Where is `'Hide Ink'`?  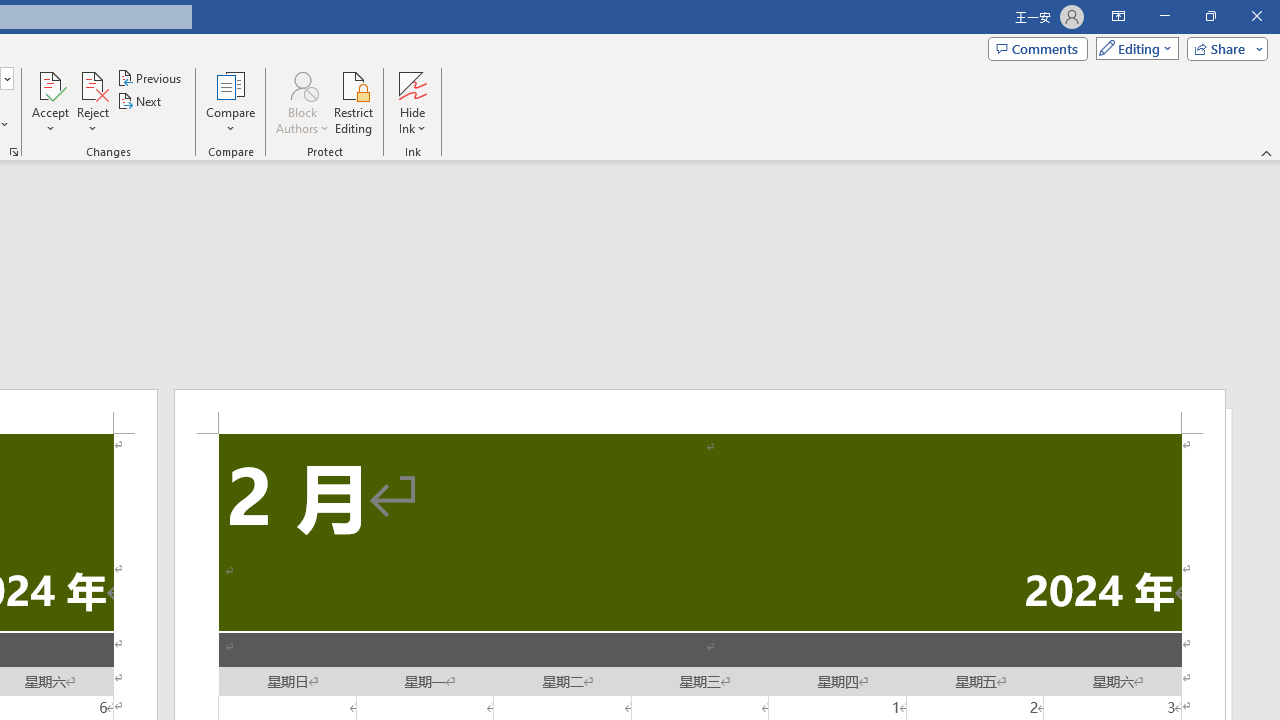 'Hide Ink' is located at coordinates (411, 103).